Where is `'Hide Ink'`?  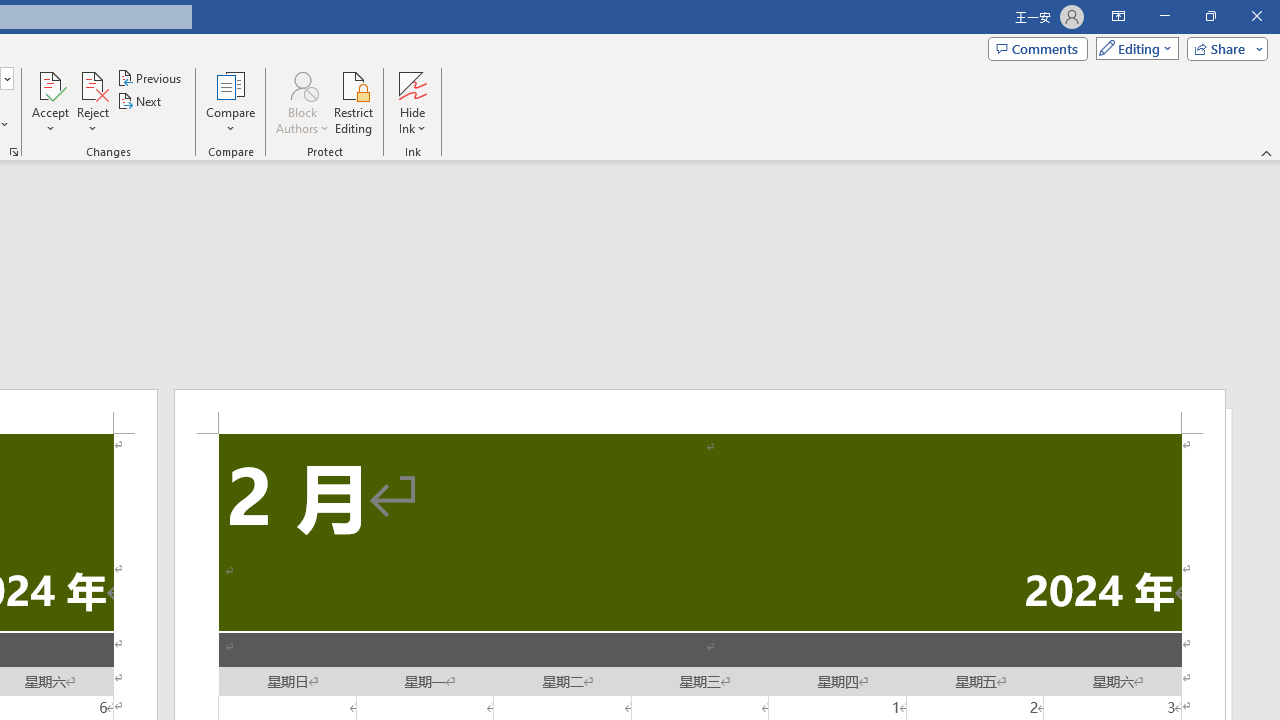 'Hide Ink' is located at coordinates (411, 103).